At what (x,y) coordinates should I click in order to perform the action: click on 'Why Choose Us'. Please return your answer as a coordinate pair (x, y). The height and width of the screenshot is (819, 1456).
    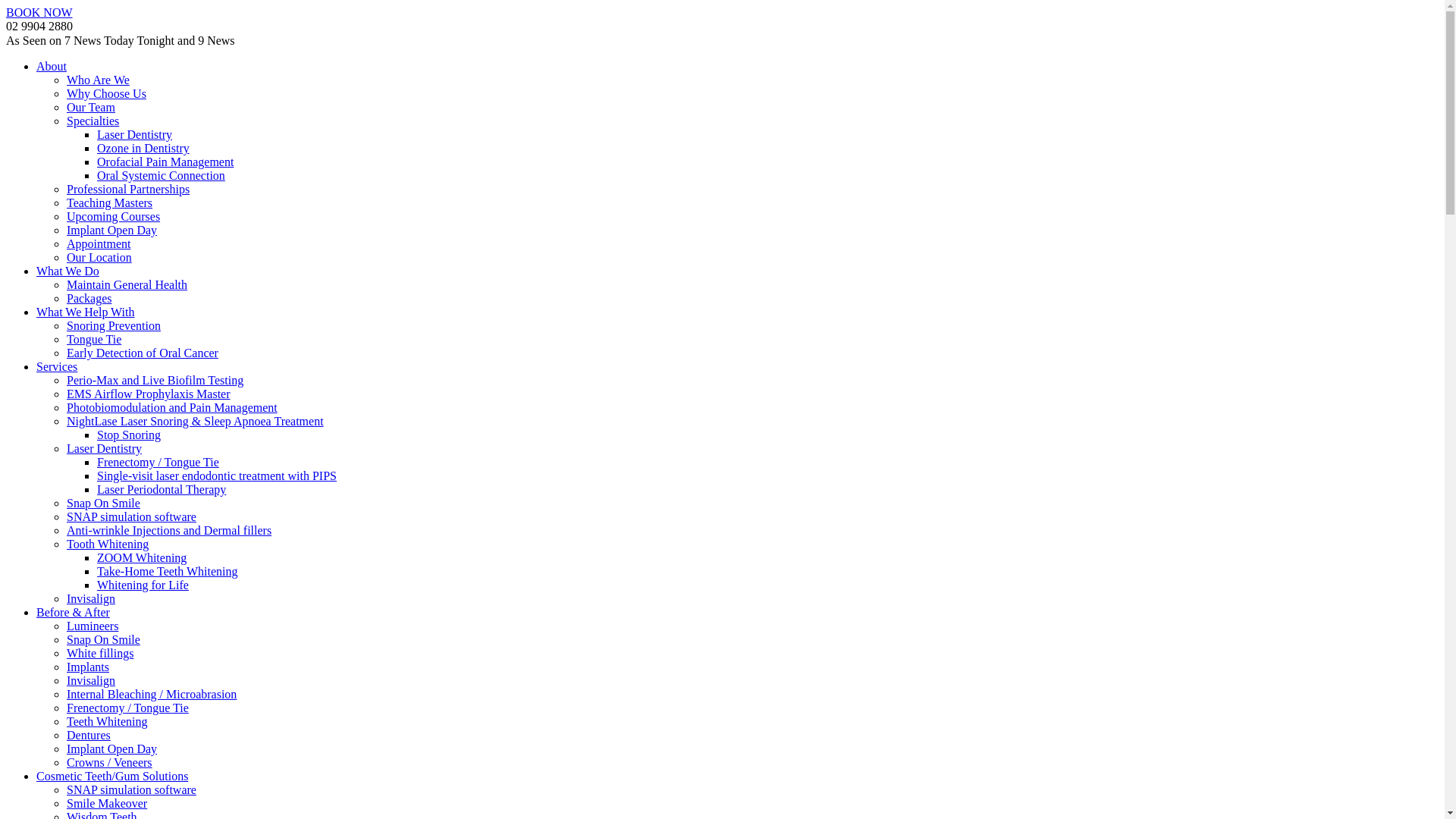
    Looking at the image, I should click on (105, 93).